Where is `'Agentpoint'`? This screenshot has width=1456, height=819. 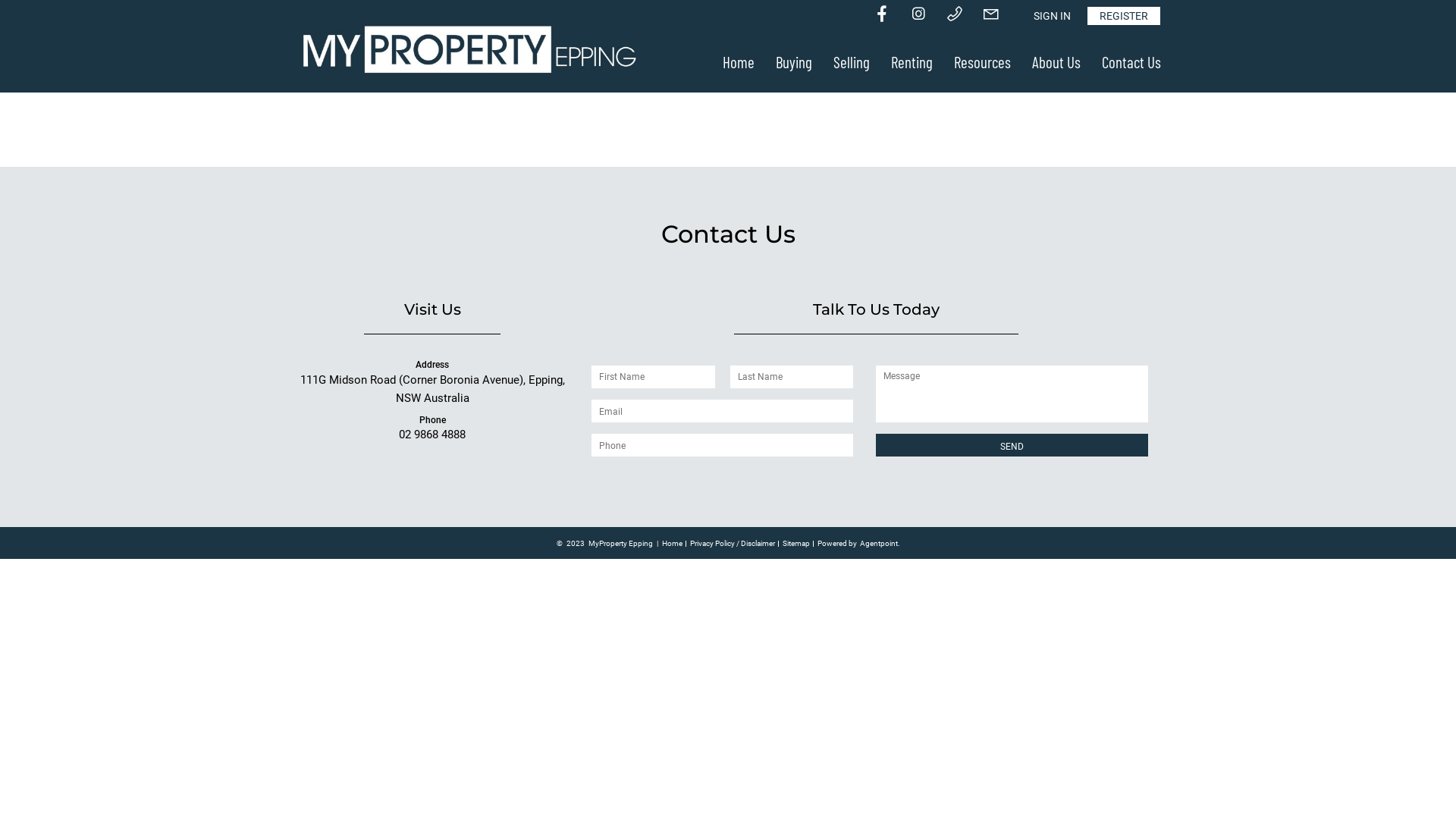
'Agentpoint' is located at coordinates (878, 543).